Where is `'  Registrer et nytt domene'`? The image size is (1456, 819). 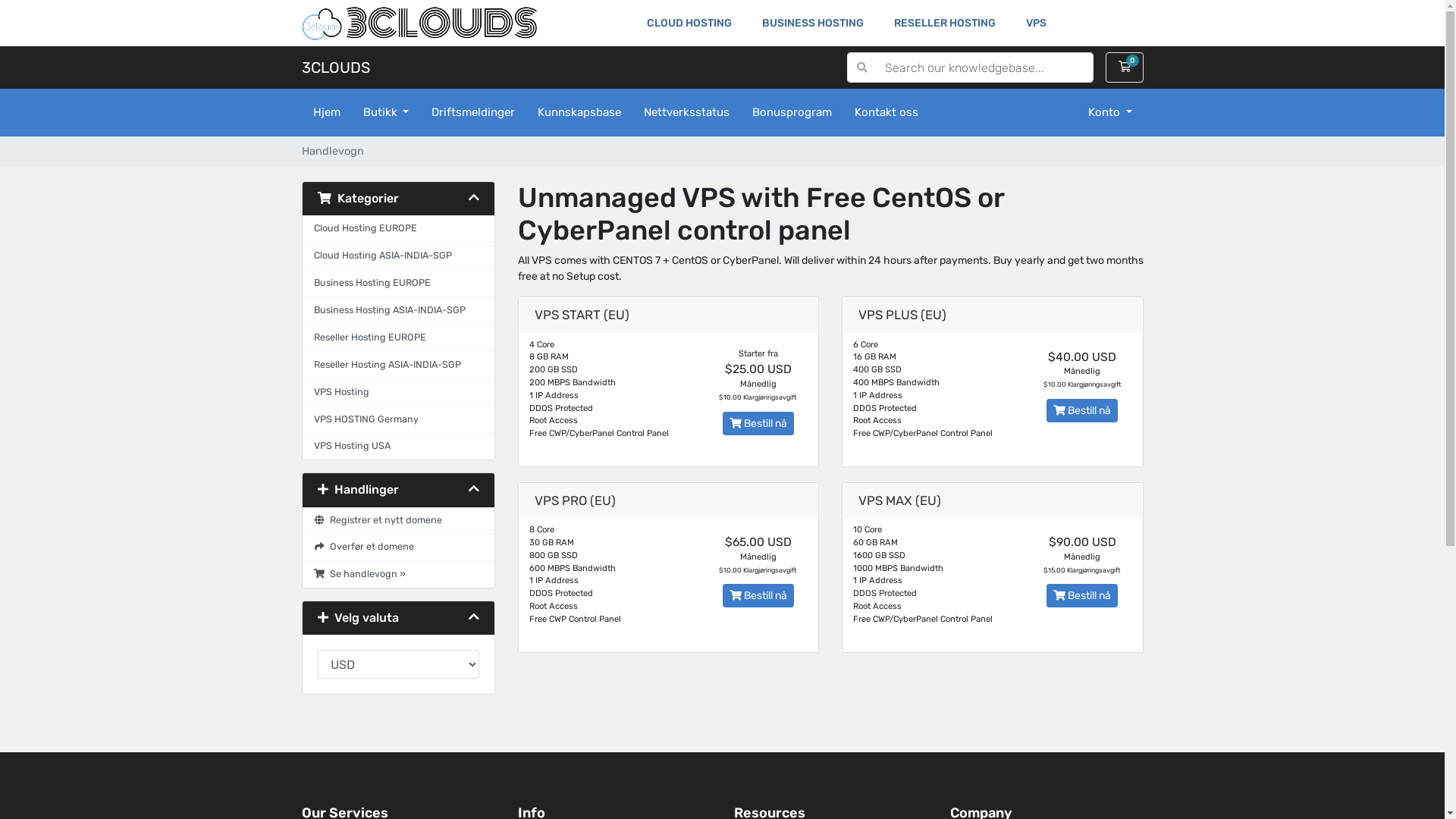 '  Registrer et nytt domene' is located at coordinates (397, 519).